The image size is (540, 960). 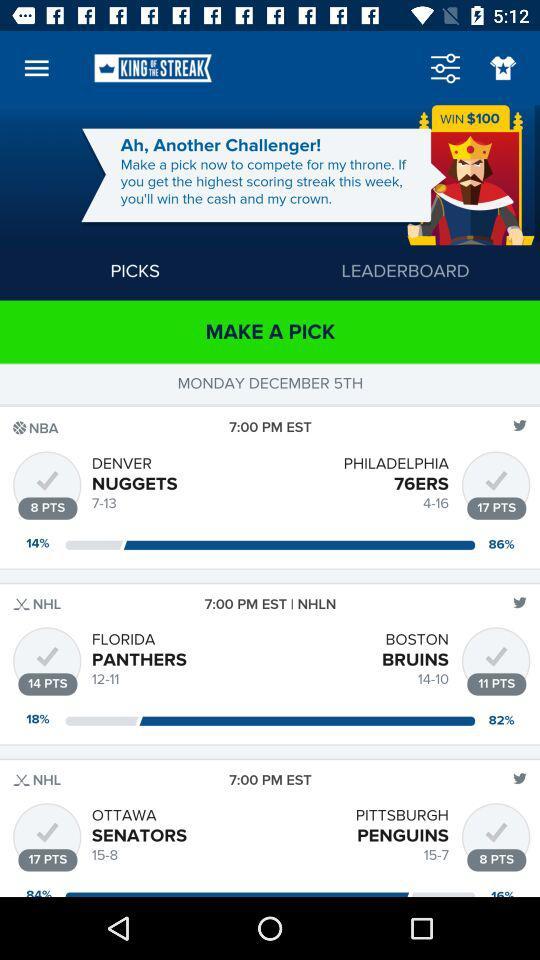 What do you see at coordinates (445, 68) in the screenshot?
I see `feature settings` at bounding box center [445, 68].